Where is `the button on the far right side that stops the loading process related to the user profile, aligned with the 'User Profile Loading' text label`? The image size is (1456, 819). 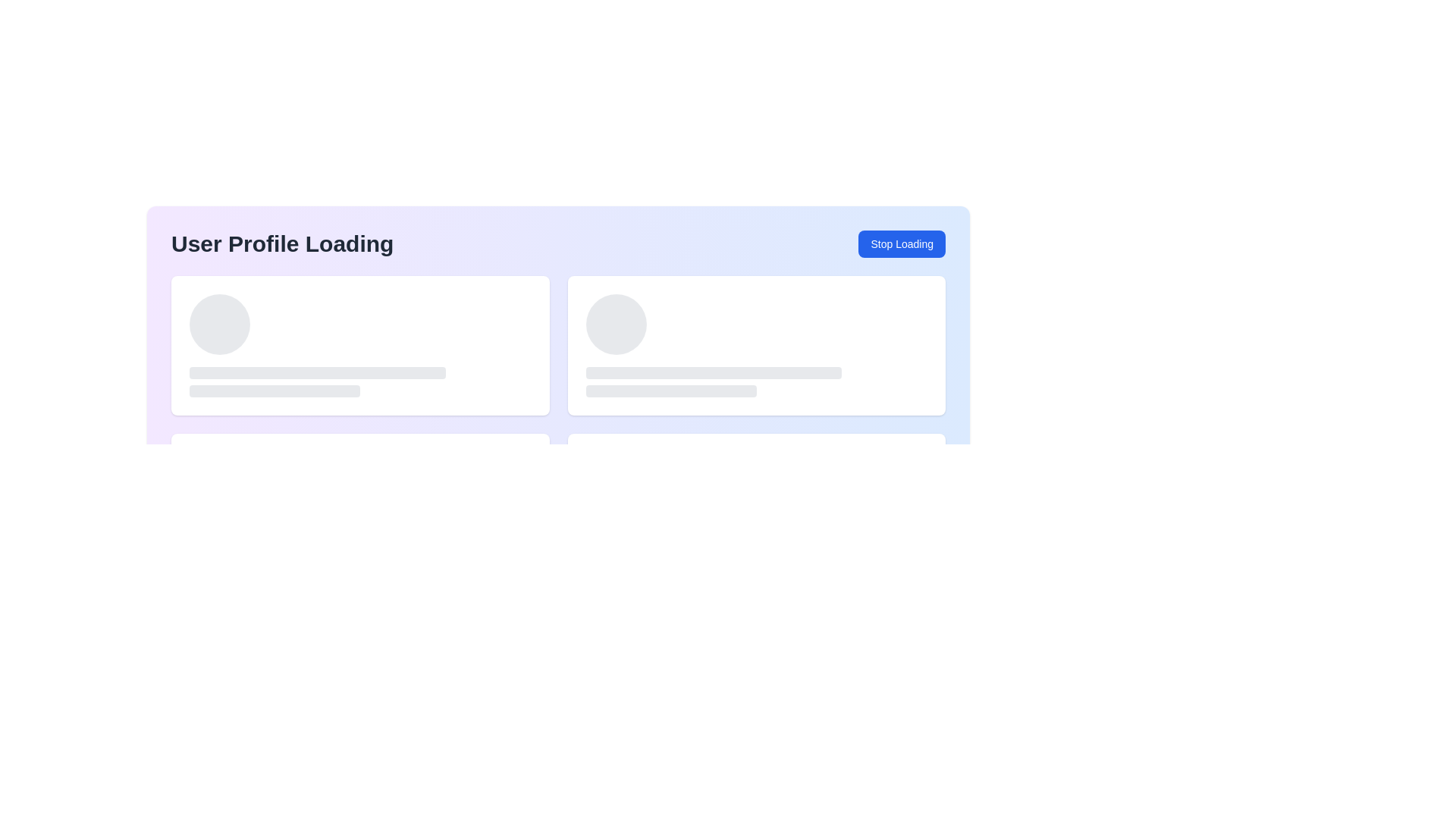 the button on the far right side that stops the loading process related to the user profile, aligned with the 'User Profile Loading' text label is located at coordinates (902, 243).